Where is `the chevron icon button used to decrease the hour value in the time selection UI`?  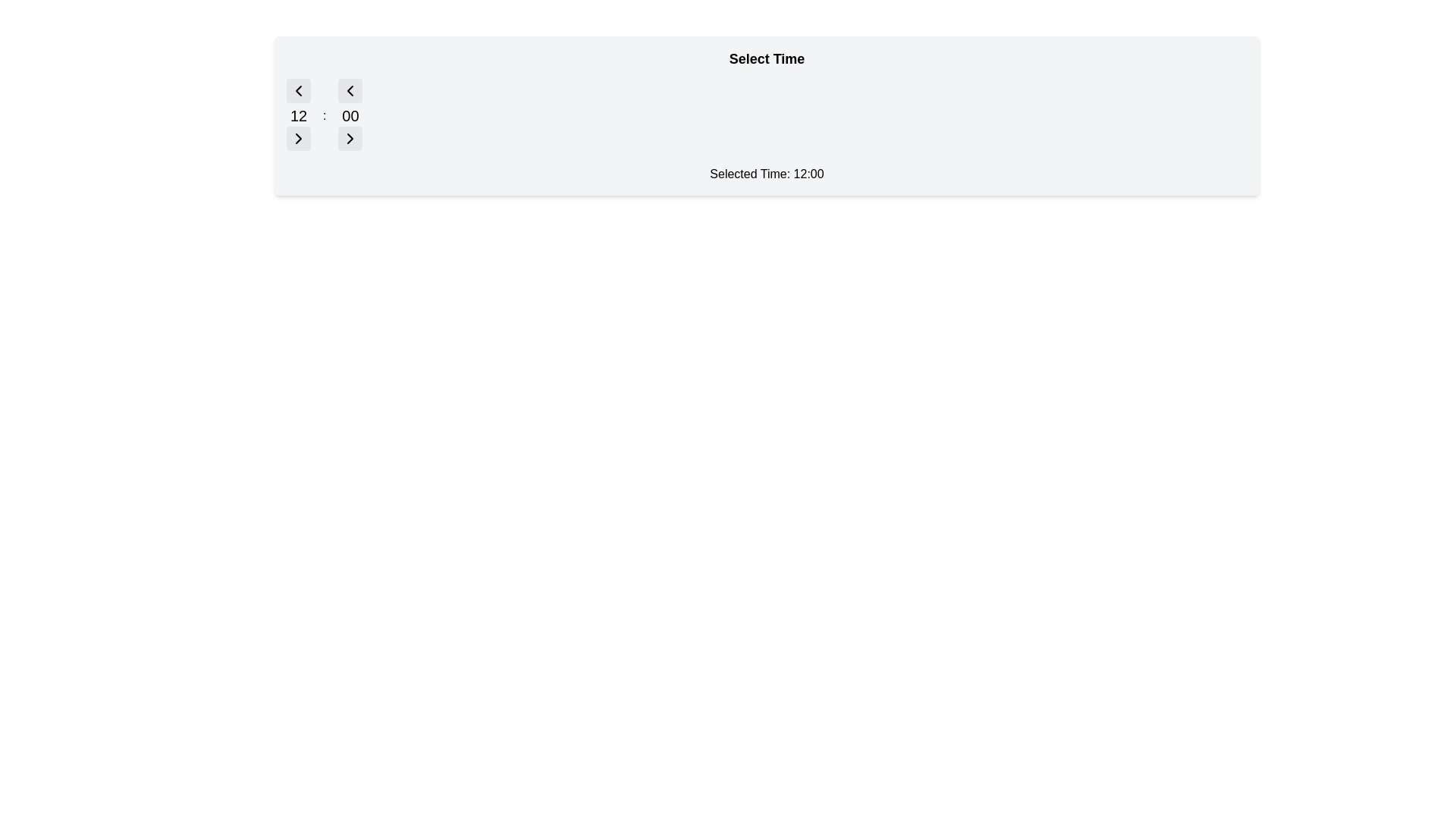 the chevron icon button used to decrease the hour value in the time selection UI is located at coordinates (298, 138).